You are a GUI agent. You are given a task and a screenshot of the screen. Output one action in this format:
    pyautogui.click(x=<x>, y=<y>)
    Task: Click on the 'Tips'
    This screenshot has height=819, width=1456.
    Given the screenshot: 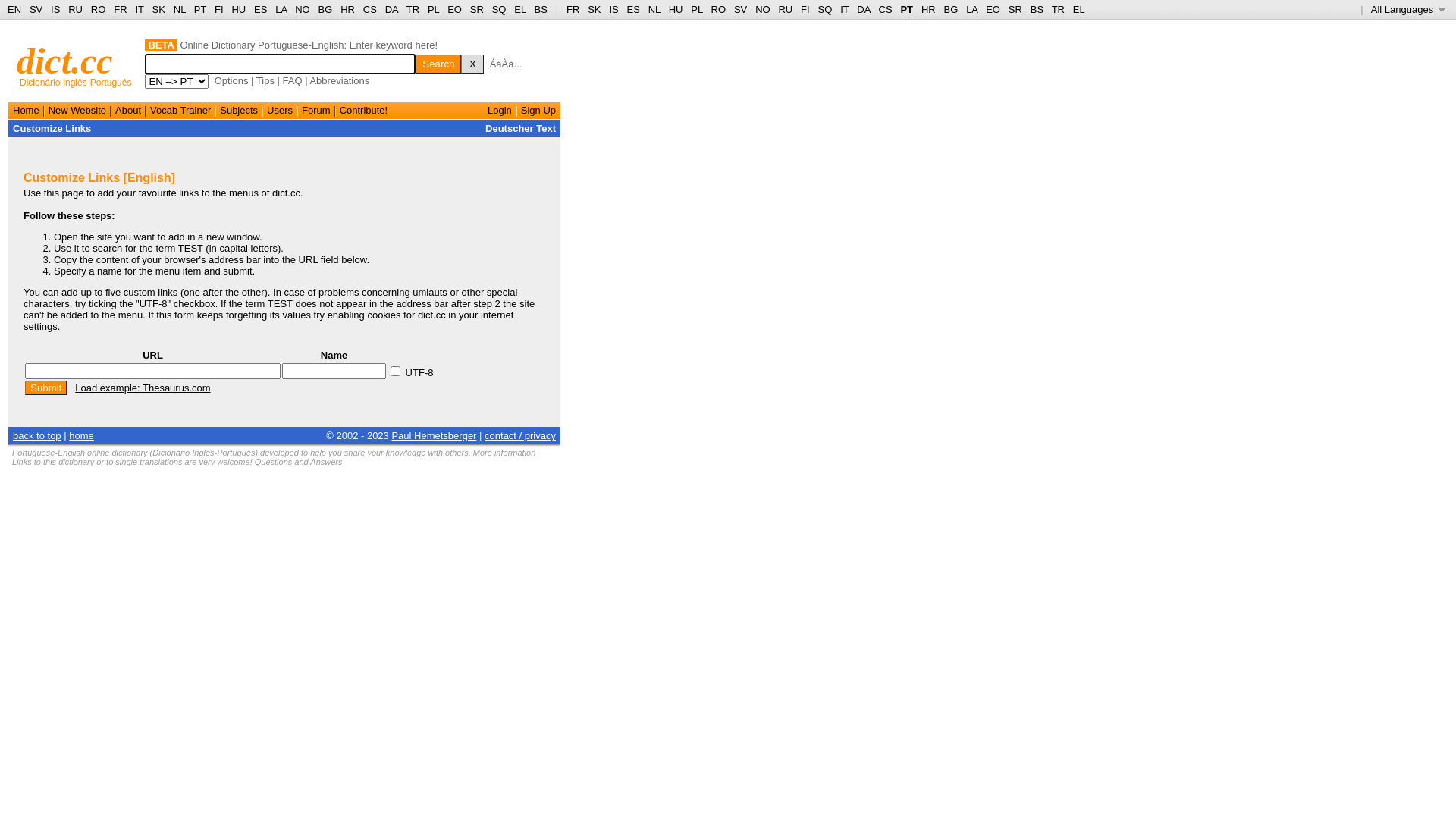 What is the action you would take?
    pyautogui.click(x=265, y=80)
    